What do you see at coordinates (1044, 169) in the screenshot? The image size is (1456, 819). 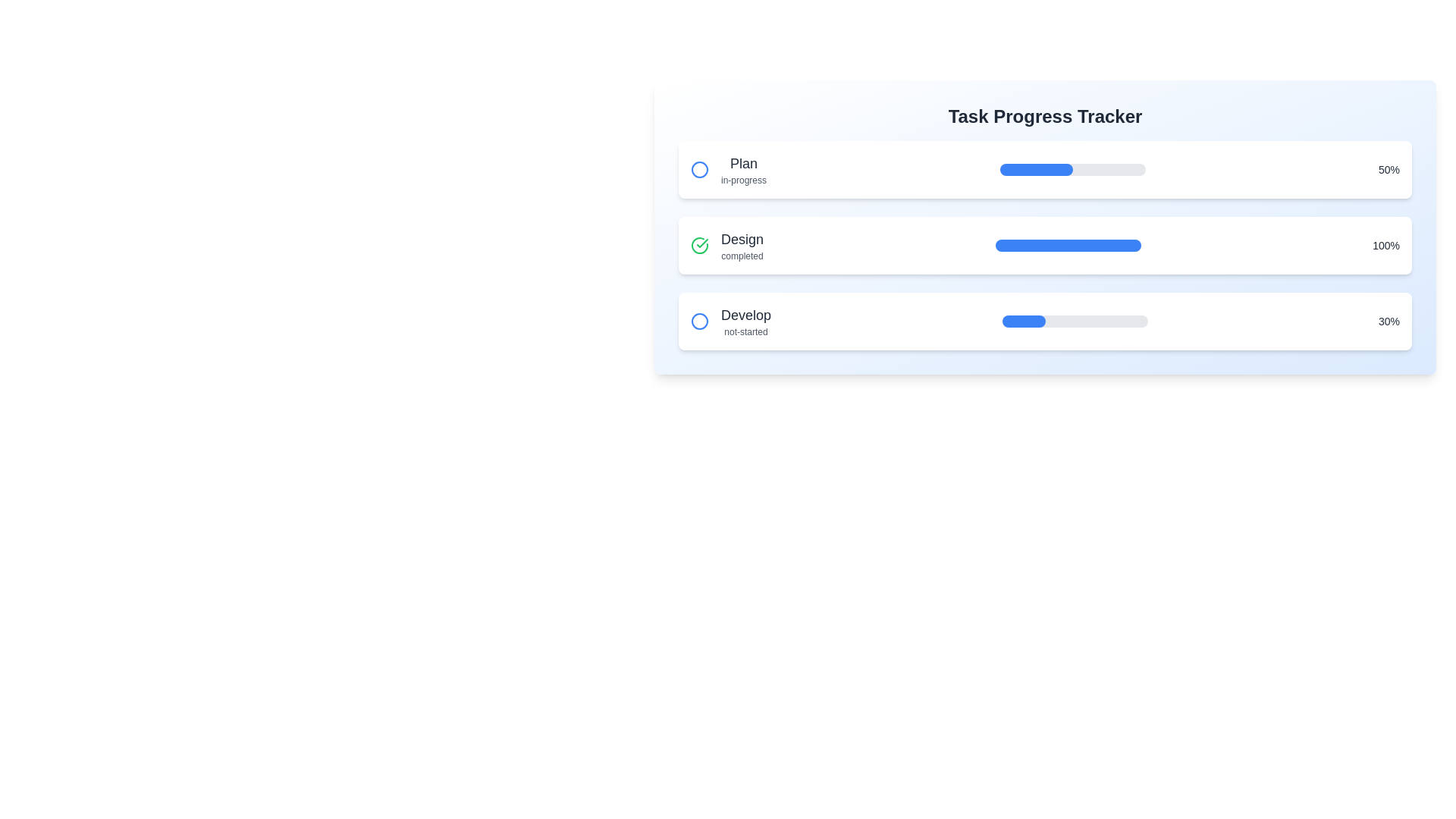 I see `displayed information from the 'Plan' section with progress indicator, which shows a circular icon, bold text 'Plan', subtitle 'in-progress', a horizontal progress bar at 50%, and the text '50%'` at bounding box center [1044, 169].